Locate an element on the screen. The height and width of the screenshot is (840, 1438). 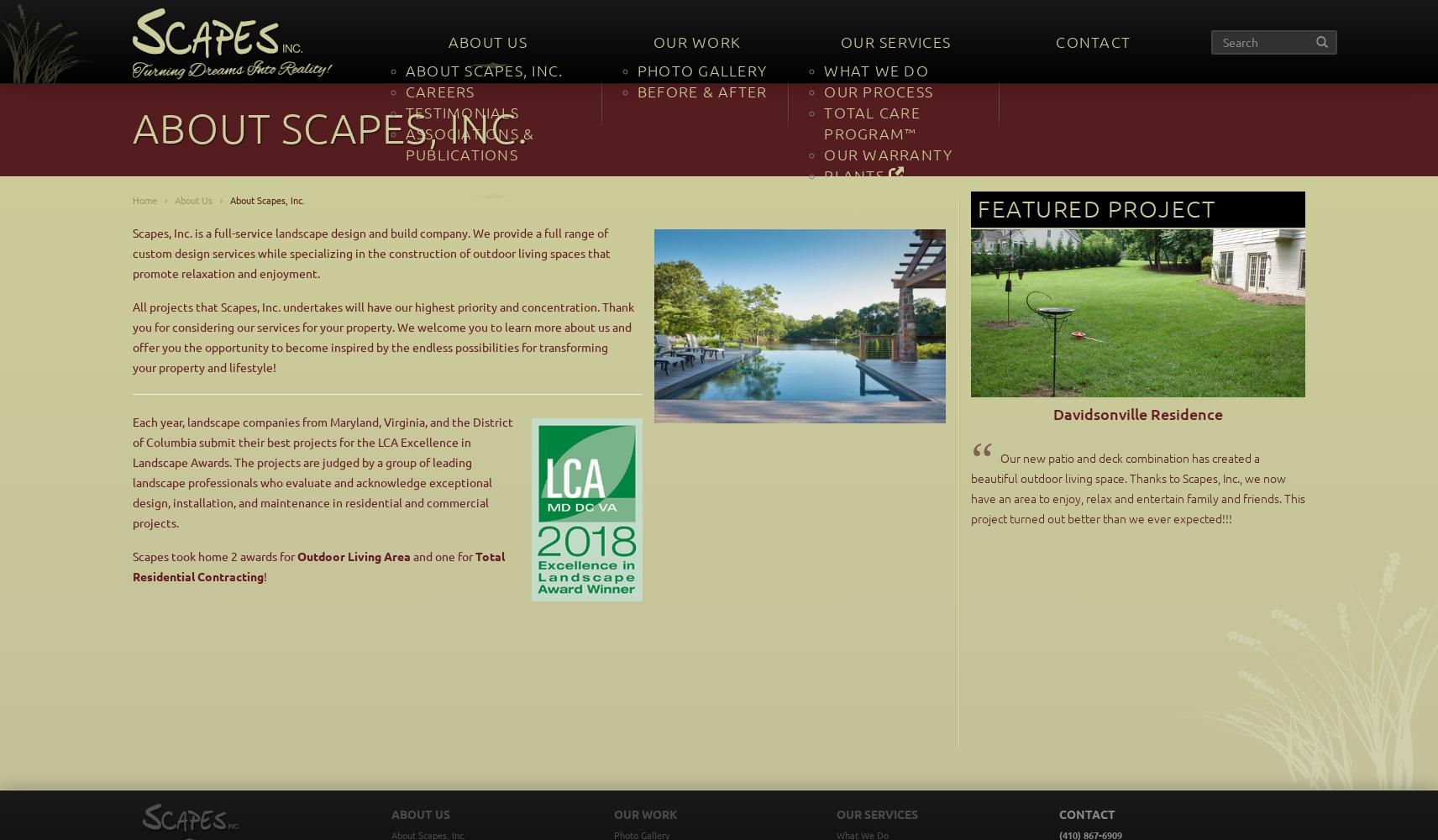
'and one for' is located at coordinates (441, 556).